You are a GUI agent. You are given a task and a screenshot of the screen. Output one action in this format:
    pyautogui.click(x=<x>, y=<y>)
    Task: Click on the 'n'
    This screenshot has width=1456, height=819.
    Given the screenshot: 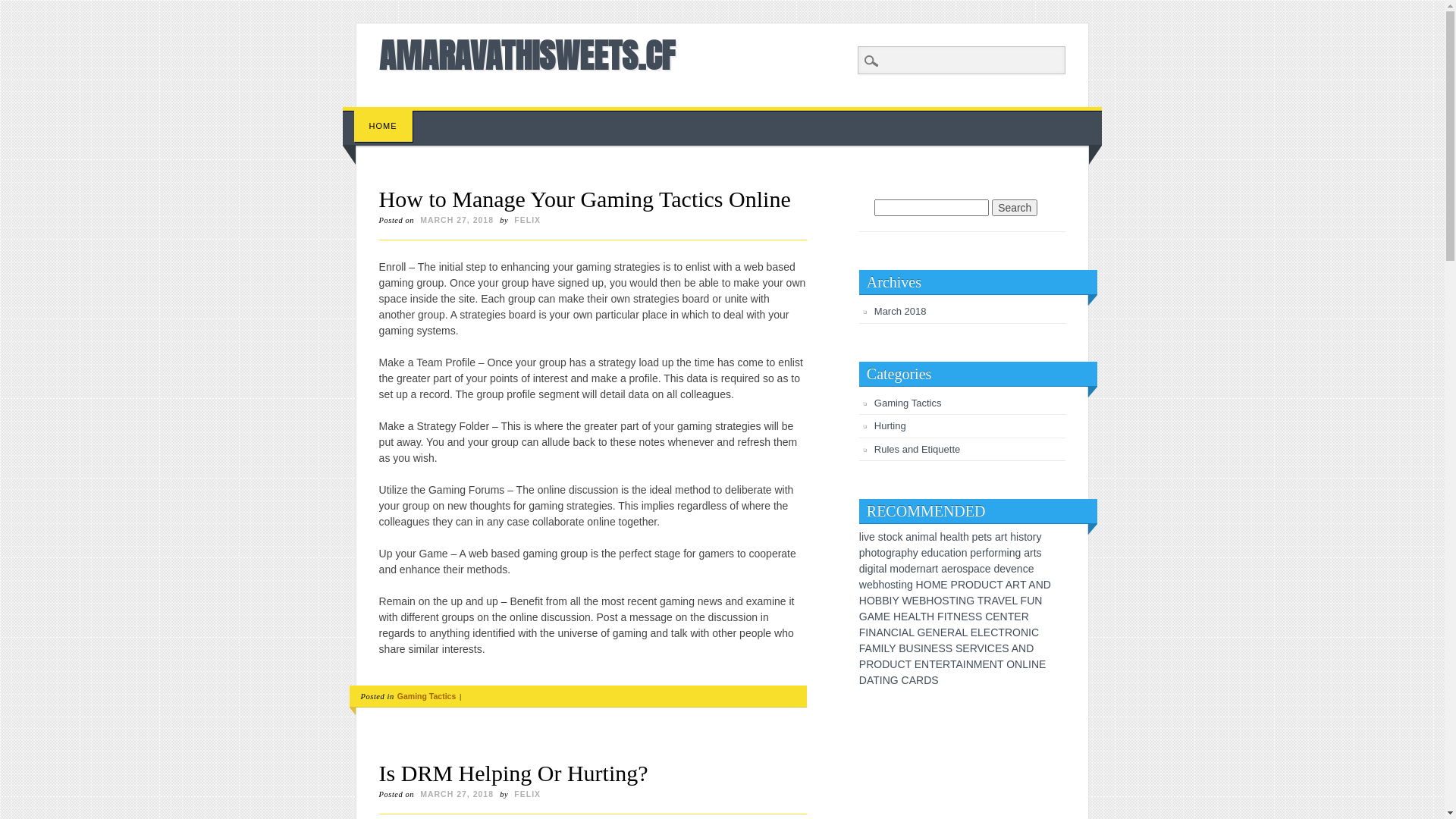 What is the action you would take?
    pyautogui.click(x=1016, y=568)
    